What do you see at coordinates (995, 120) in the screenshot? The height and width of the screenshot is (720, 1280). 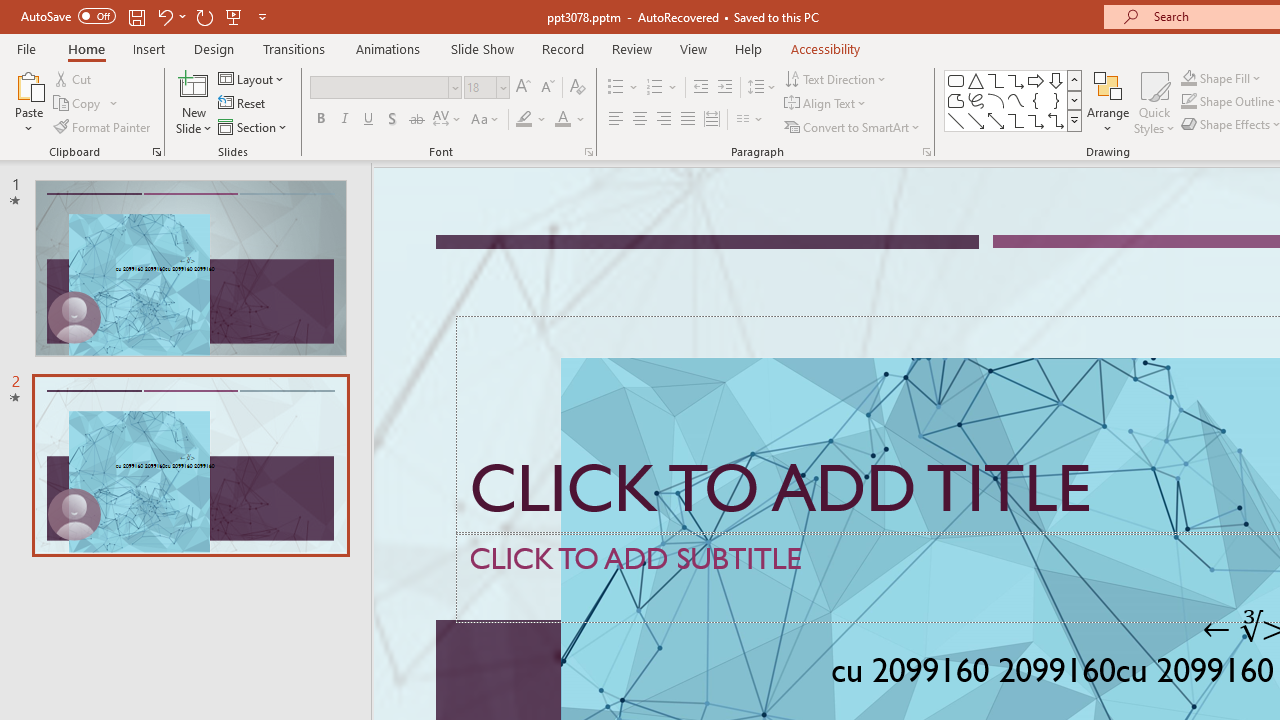 I see `'Line Arrow: Double'` at bounding box center [995, 120].